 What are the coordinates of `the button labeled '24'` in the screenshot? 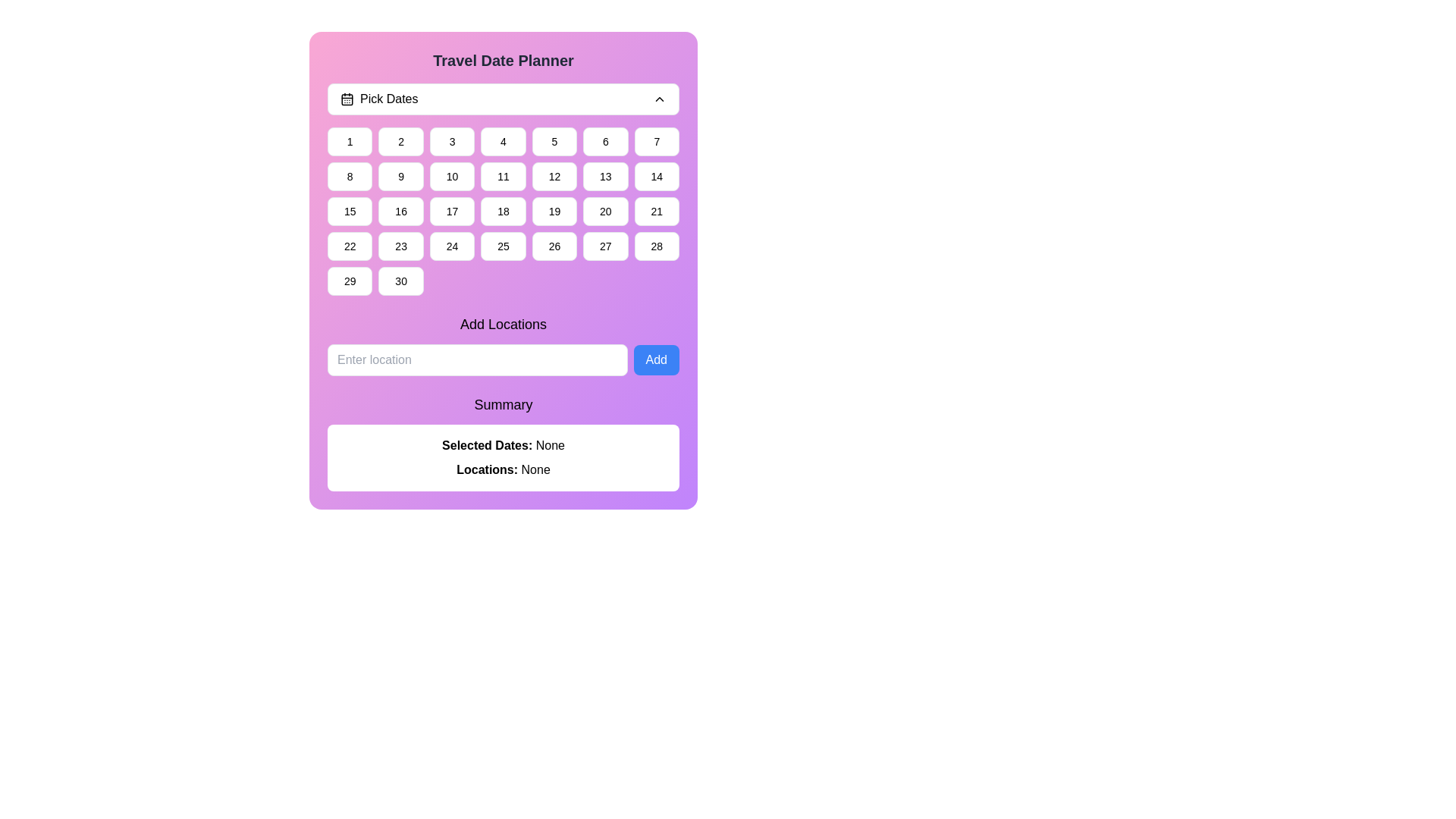 It's located at (451, 245).